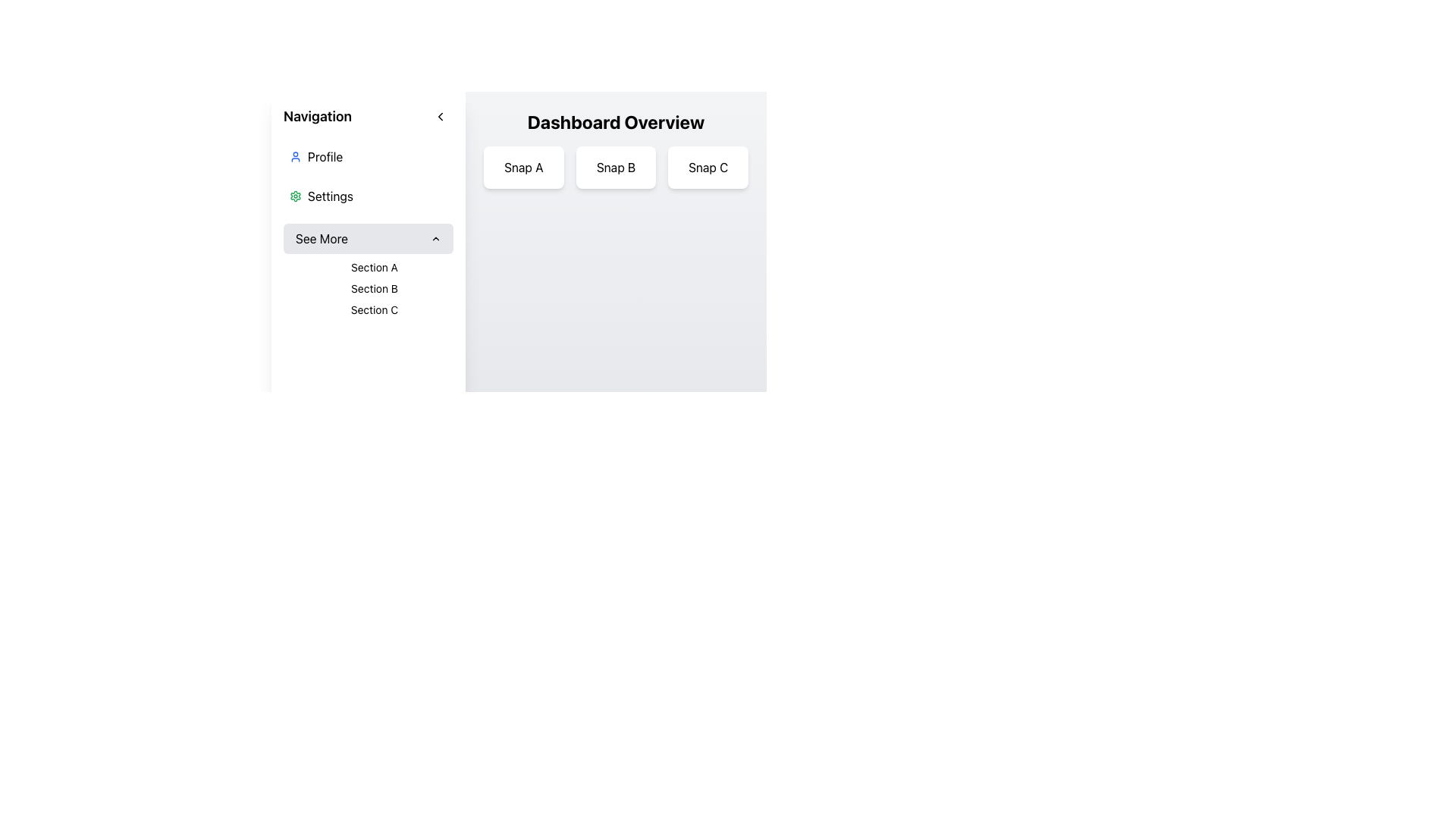 This screenshot has height=819, width=1456. I want to click on the navigation button located in the upper-right section of the navigation header, adjacent to the title 'Navigation', so click(439, 116).